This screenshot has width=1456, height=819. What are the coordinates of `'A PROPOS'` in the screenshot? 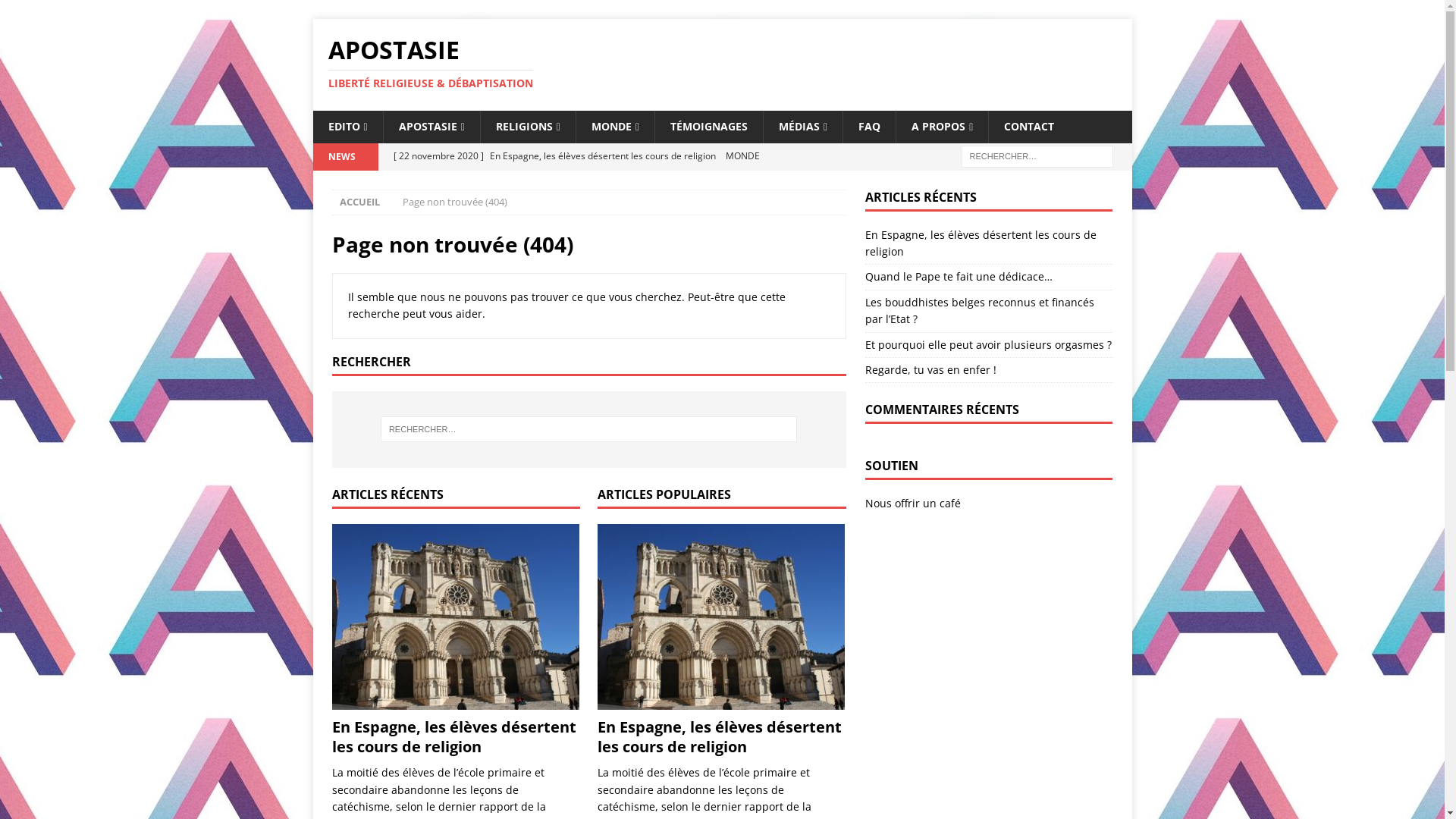 It's located at (941, 125).